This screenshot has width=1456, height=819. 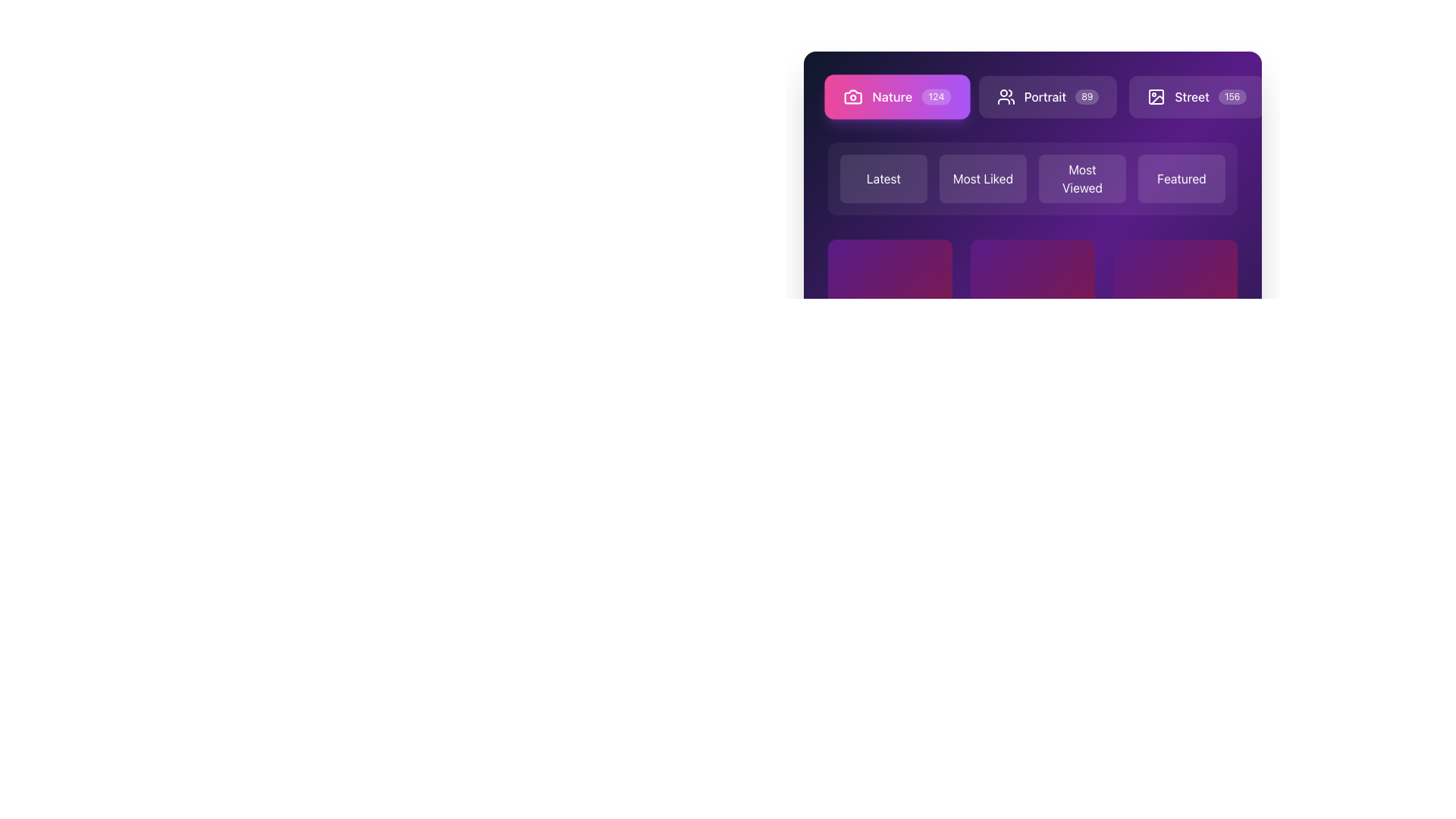 I want to click on the photograph icon on the left side of the 'Street' button, which has a circle on the top right and is styled in white on a purple background, so click(x=1156, y=96).